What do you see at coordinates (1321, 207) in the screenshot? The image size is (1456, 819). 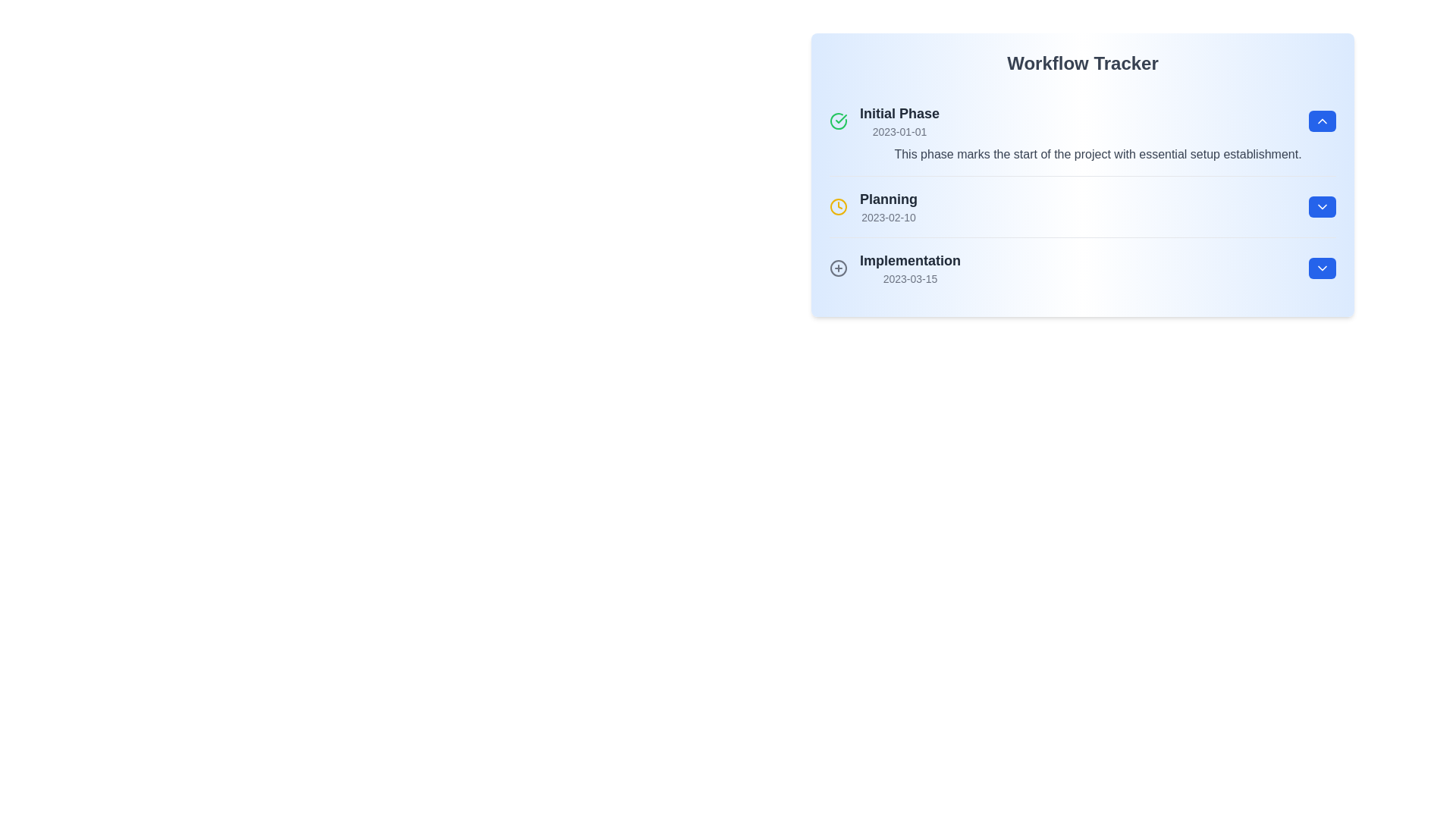 I see `the downward-facing chevron icon with a stroke outline, located inside a button next to the 'Planning' label in the 'Workflow Tracker' section` at bounding box center [1321, 207].